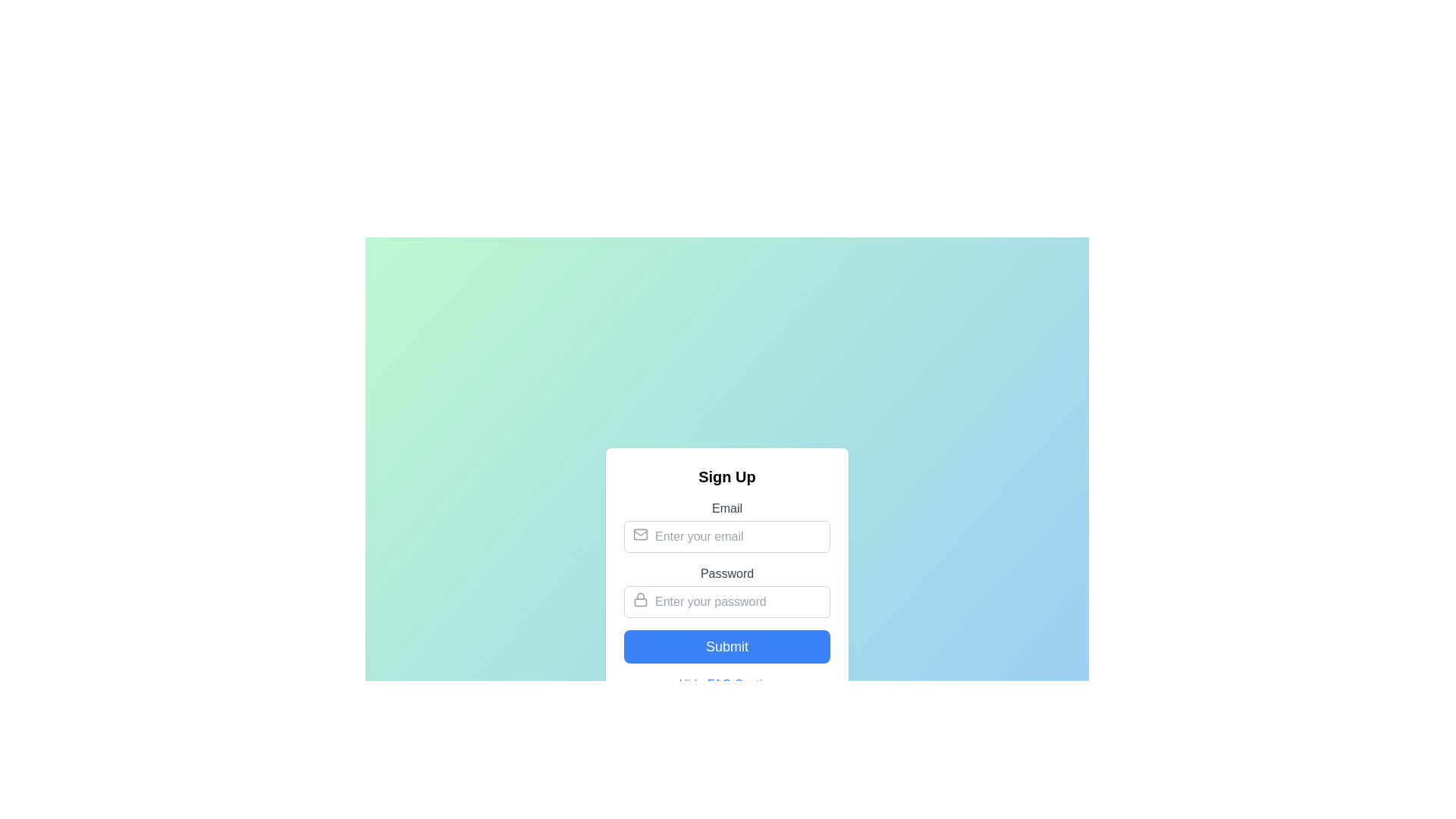 This screenshot has width=1456, height=819. I want to click on the center of the email input field located beneath the 'Email' label, so click(726, 536).